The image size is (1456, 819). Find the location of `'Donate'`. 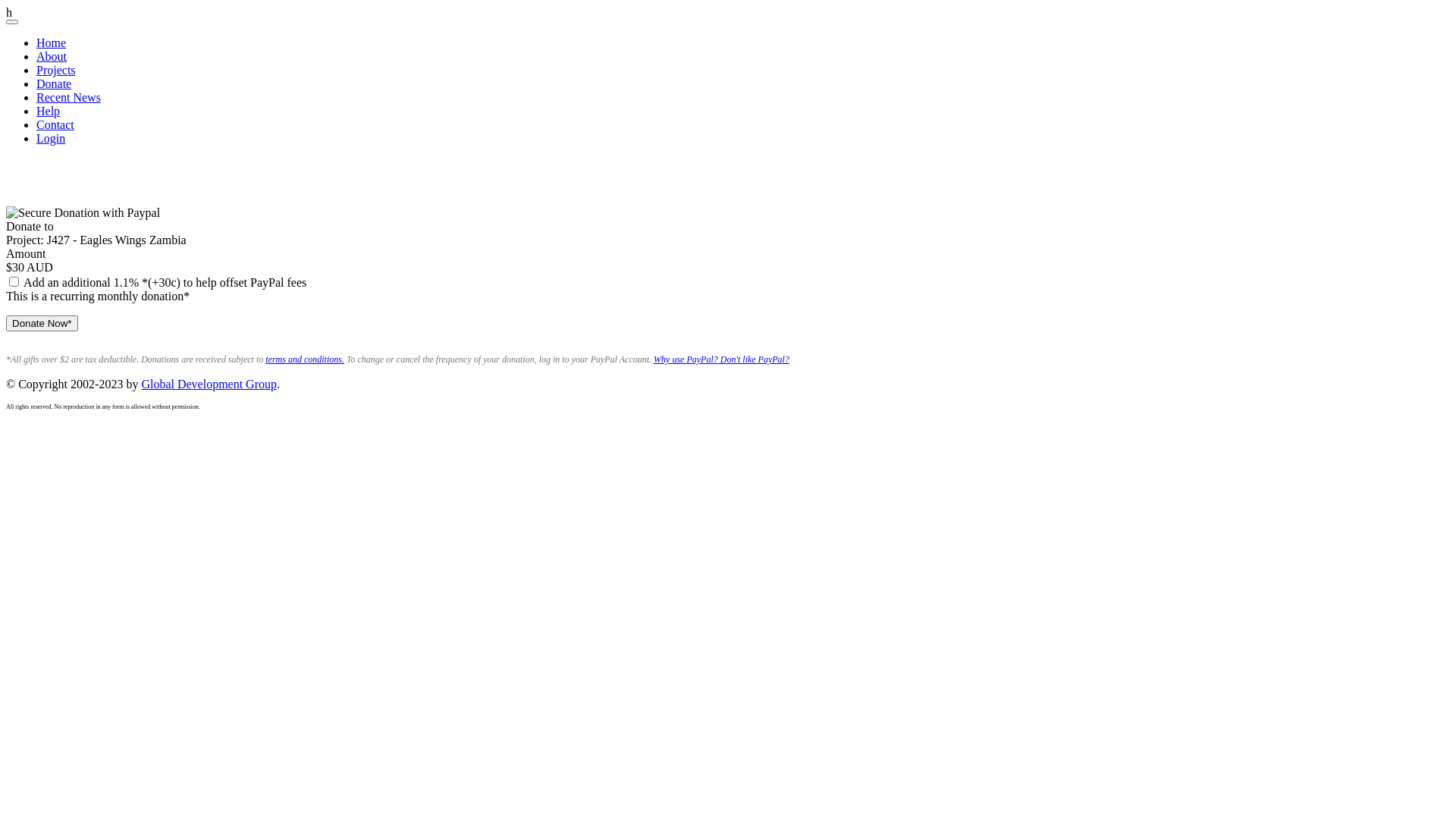

'Donate' is located at coordinates (36, 83).